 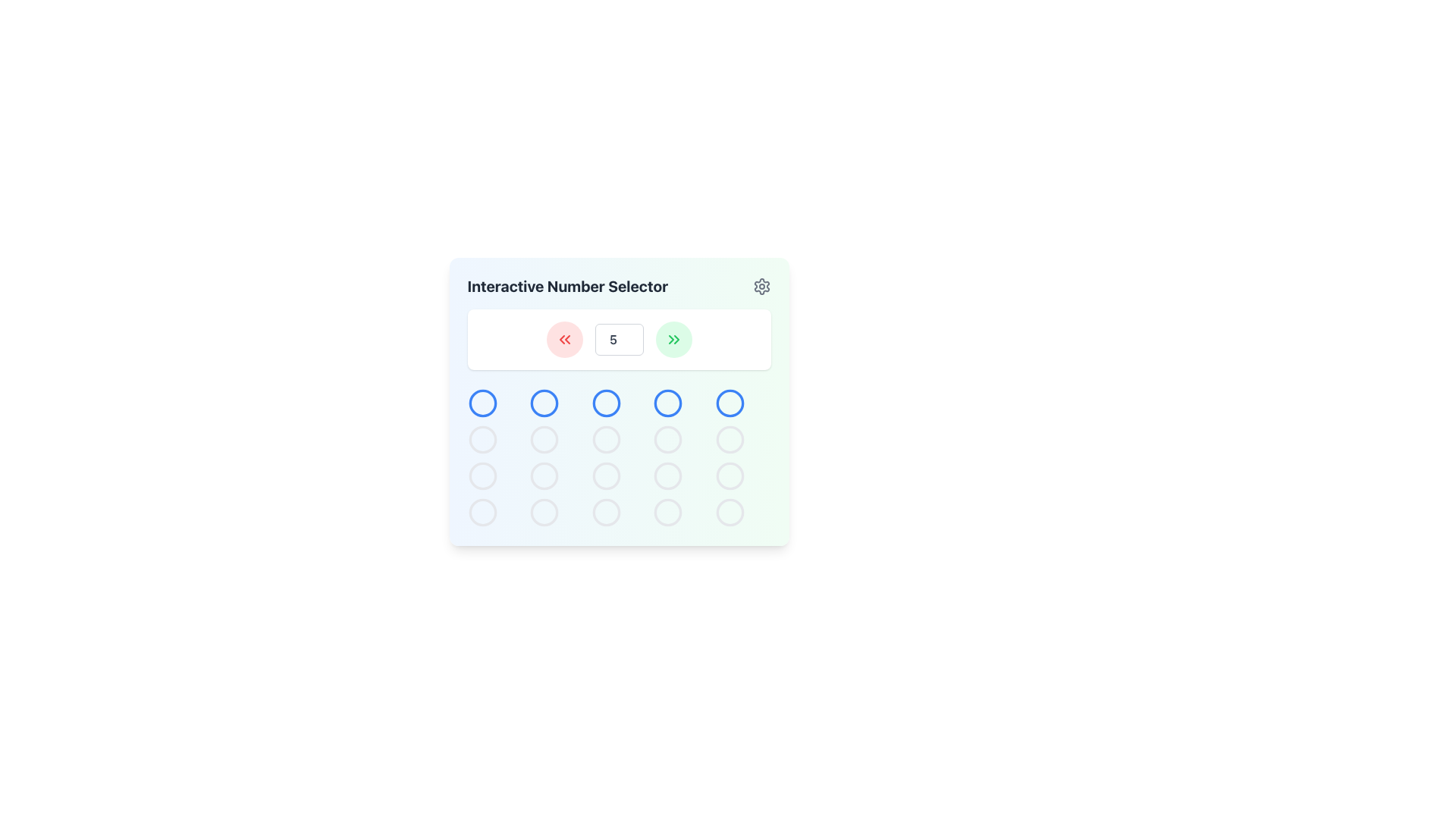 I want to click on the visual indicator in the third row and fourth column of the interactive number selector grid, which indicates a selected or active state, so click(x=667, y=439).